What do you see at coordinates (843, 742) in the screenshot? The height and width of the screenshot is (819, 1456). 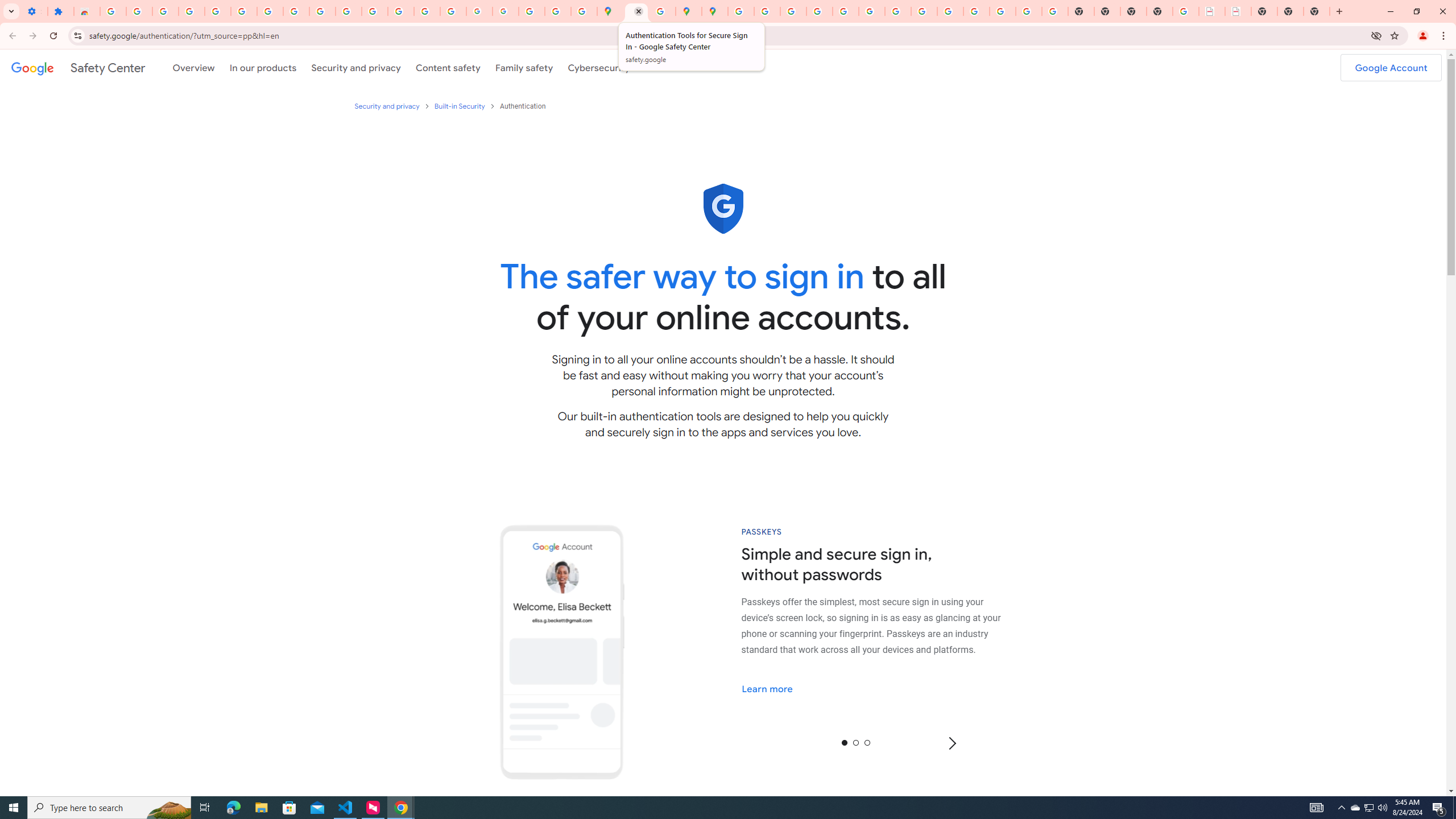 I see `'0'` at bounding box center [843, 742].